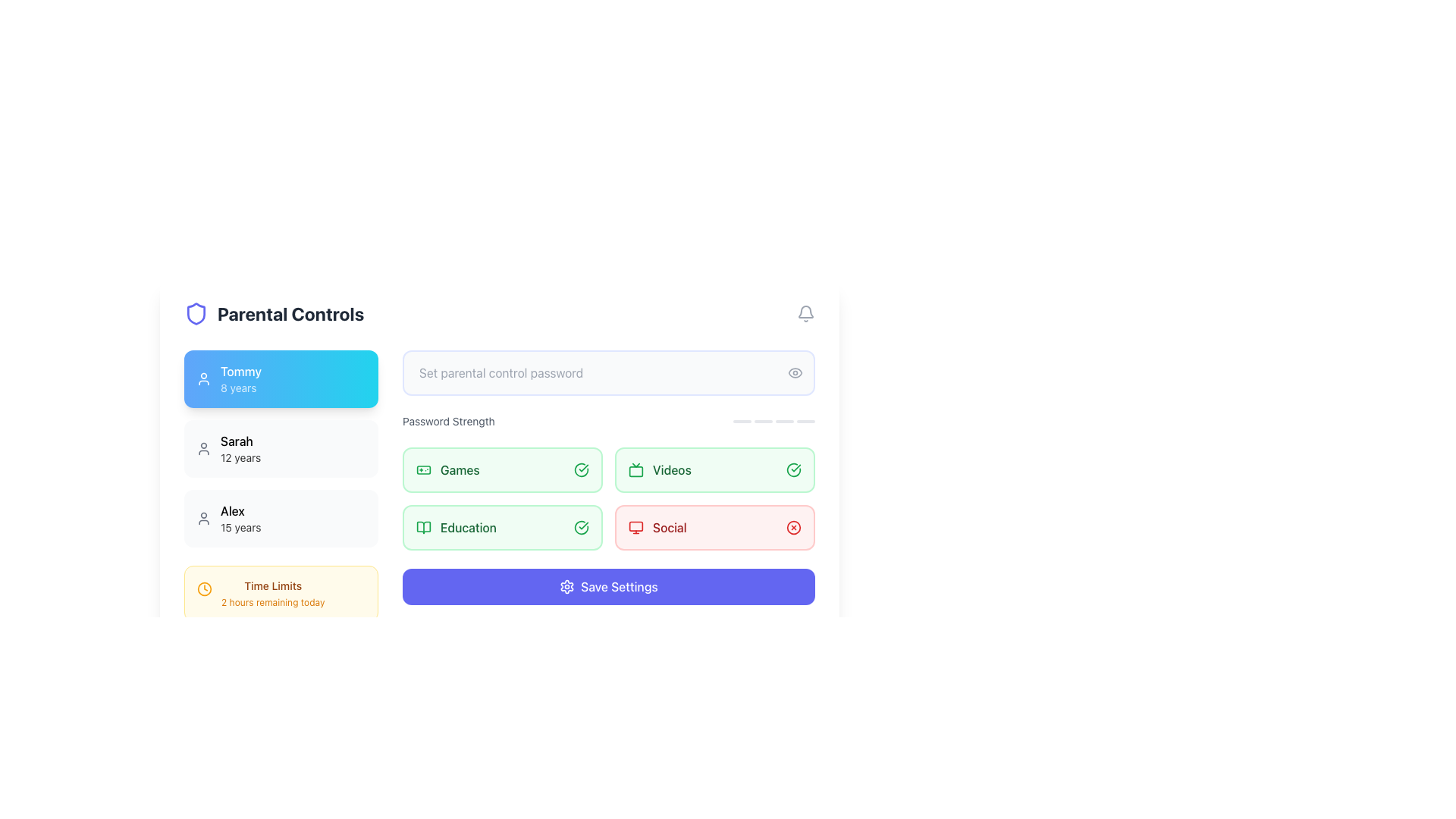 The width and height of the screenshot is (1456, 819). I want to click on the 'Save Settings' button with a cogwheel icon, which is located at the bottom center of the interface, so click(608, 586).